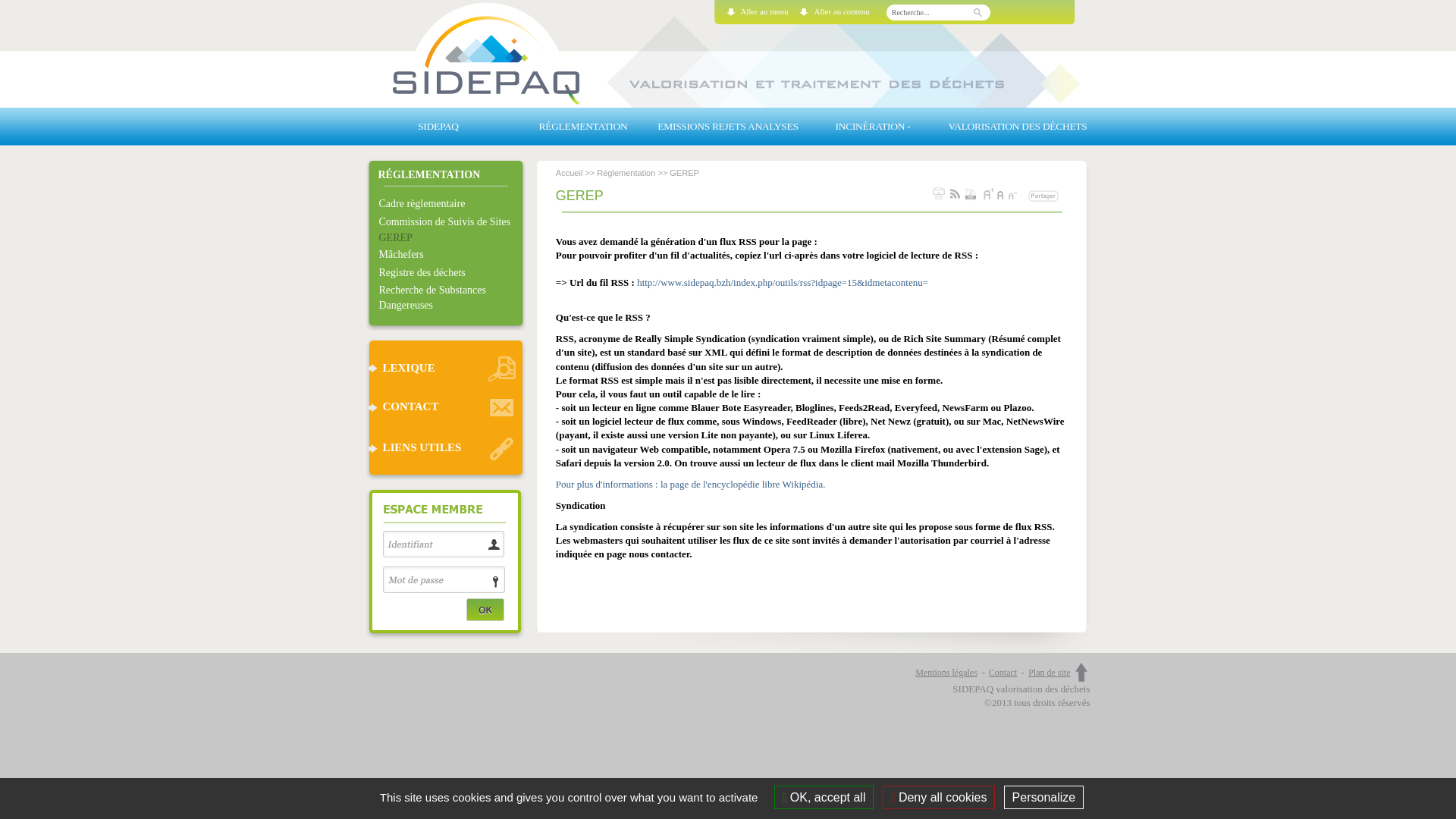 This screenshot has width=1456, height=819. What do you see at coordinates (938, 796) in the screenshot?
I see `'Deny all cookies'` at bounding box center [938, 796].